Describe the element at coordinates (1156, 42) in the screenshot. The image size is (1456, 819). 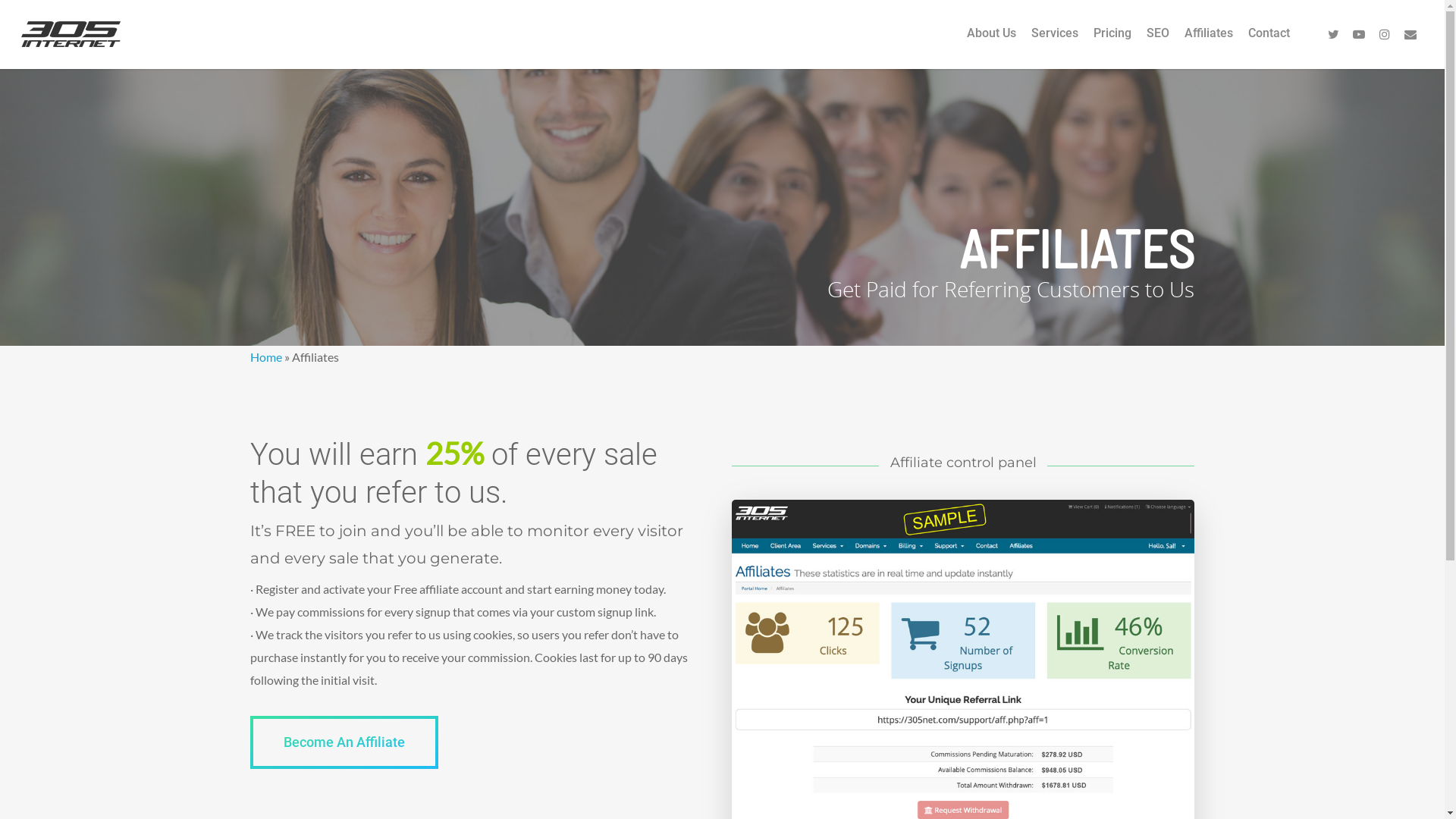
I see `'SEO'` at that location.